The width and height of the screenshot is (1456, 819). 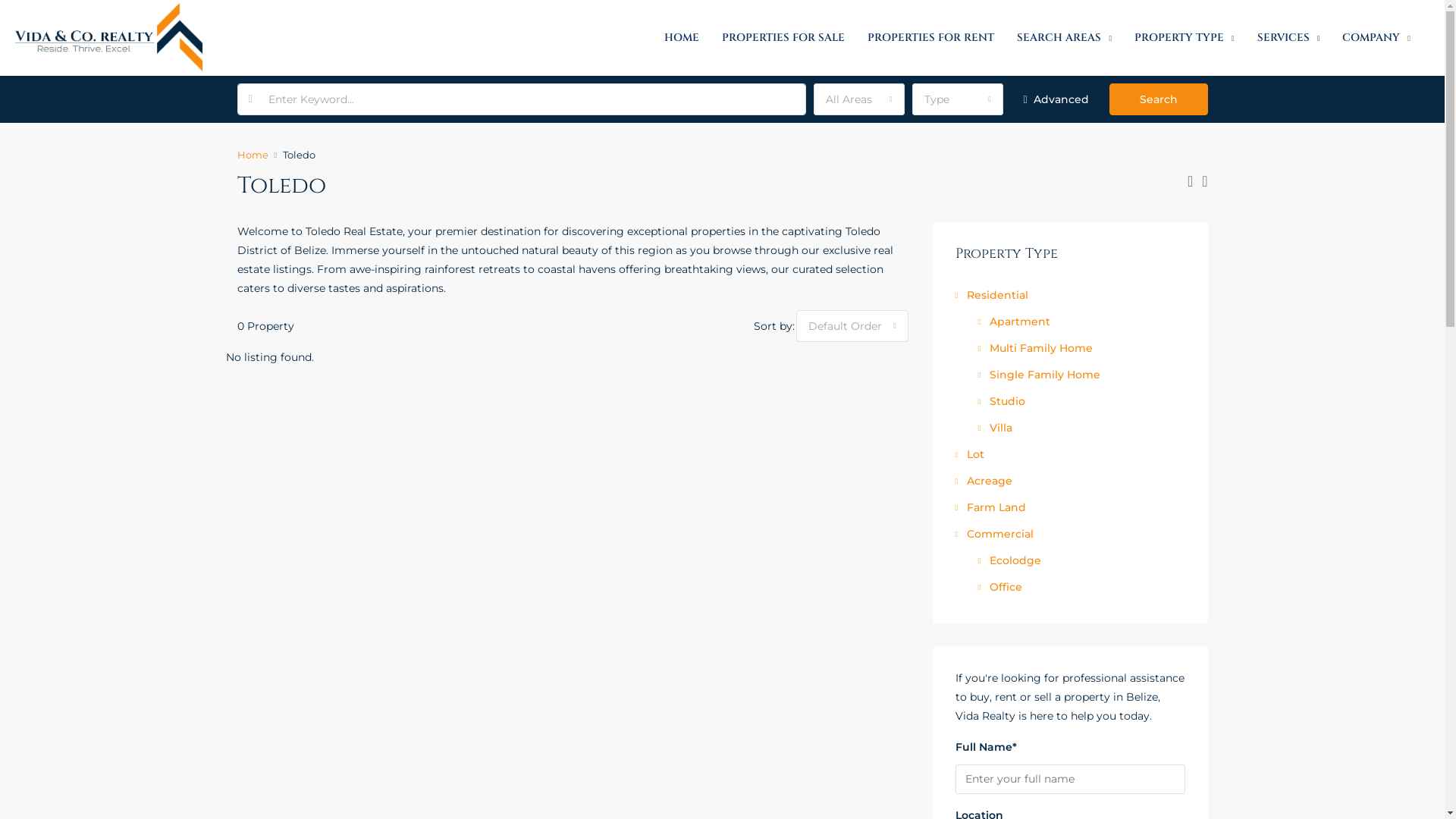 I want to click on 'COMPANY', so click(x=1330, y=37).